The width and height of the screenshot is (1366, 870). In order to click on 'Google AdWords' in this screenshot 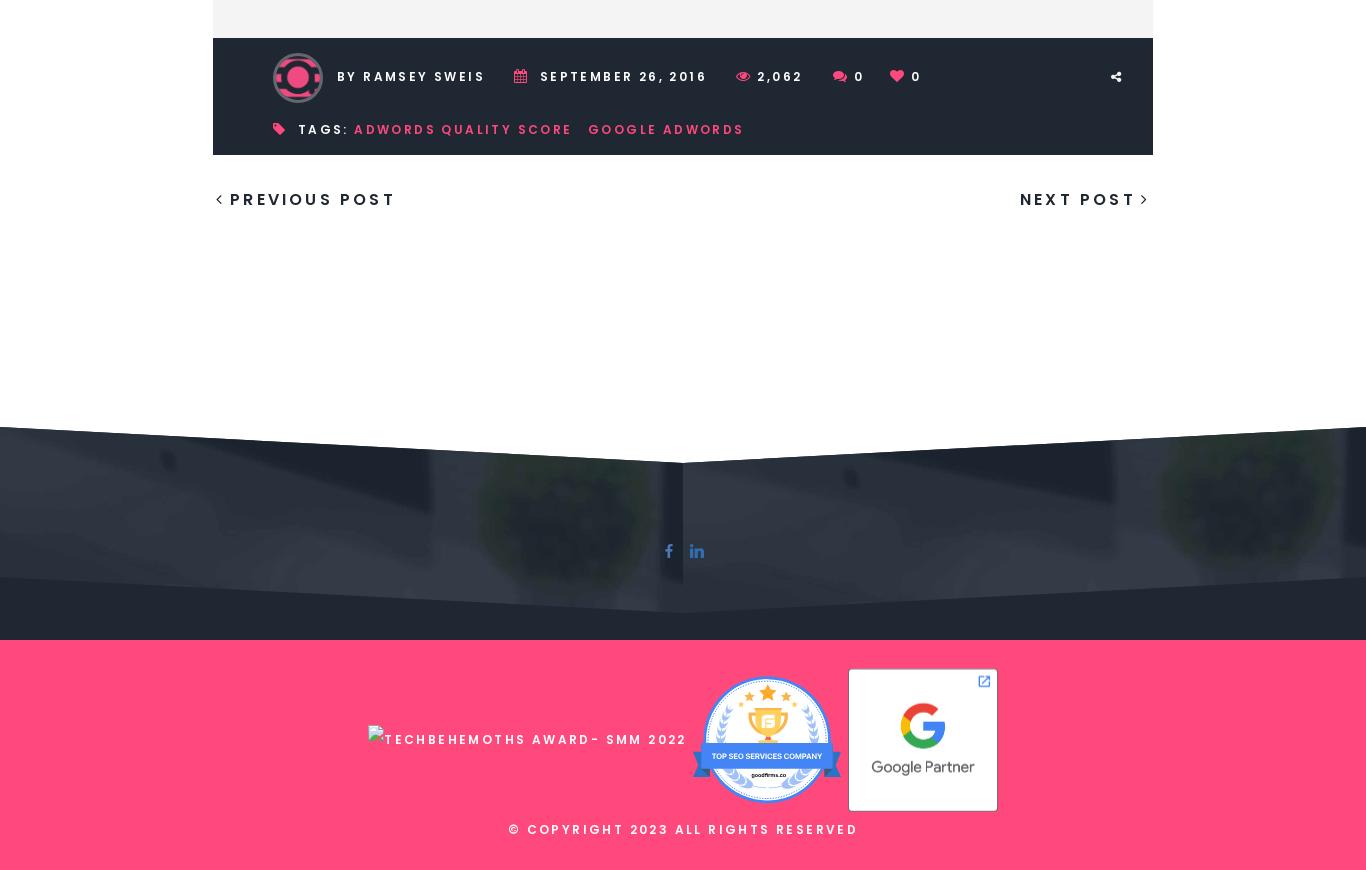, I will do `click(665, 127)`.